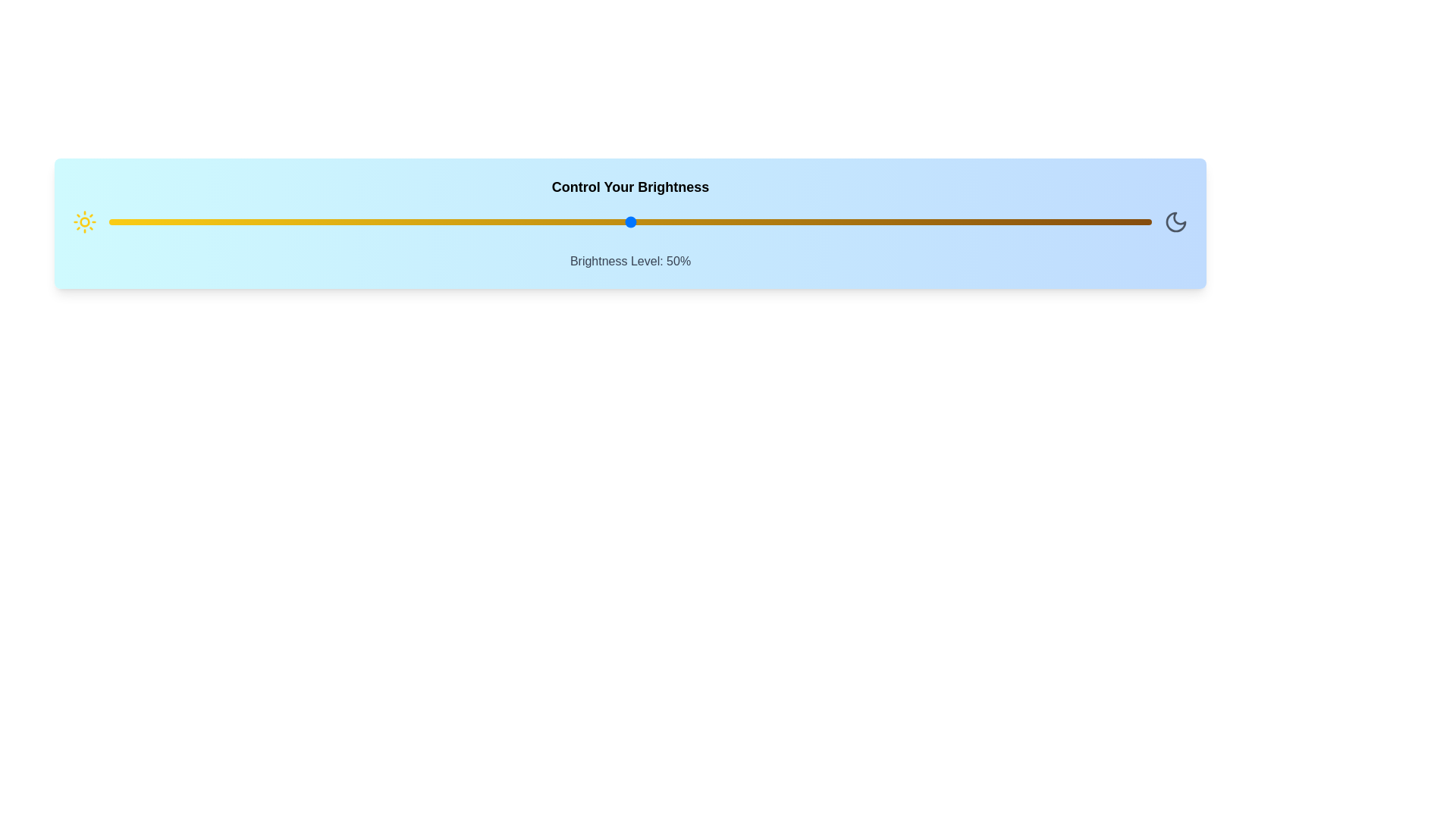  I want to click on the brightness to 39% using the slider, so click(516, 222).